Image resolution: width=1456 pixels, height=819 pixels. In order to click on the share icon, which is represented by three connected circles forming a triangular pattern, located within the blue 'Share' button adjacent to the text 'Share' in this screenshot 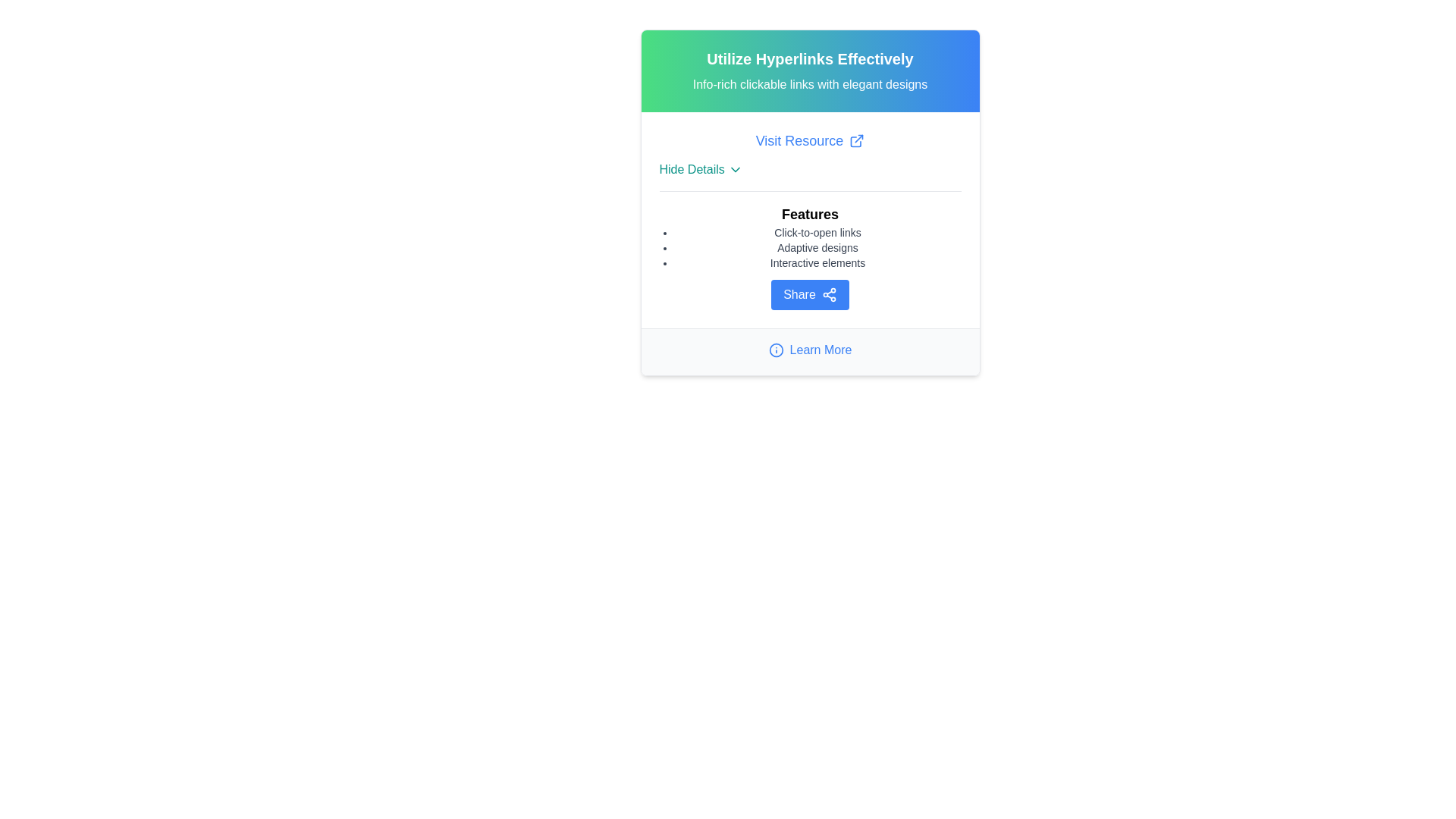, I will do `click(828, 295)`.